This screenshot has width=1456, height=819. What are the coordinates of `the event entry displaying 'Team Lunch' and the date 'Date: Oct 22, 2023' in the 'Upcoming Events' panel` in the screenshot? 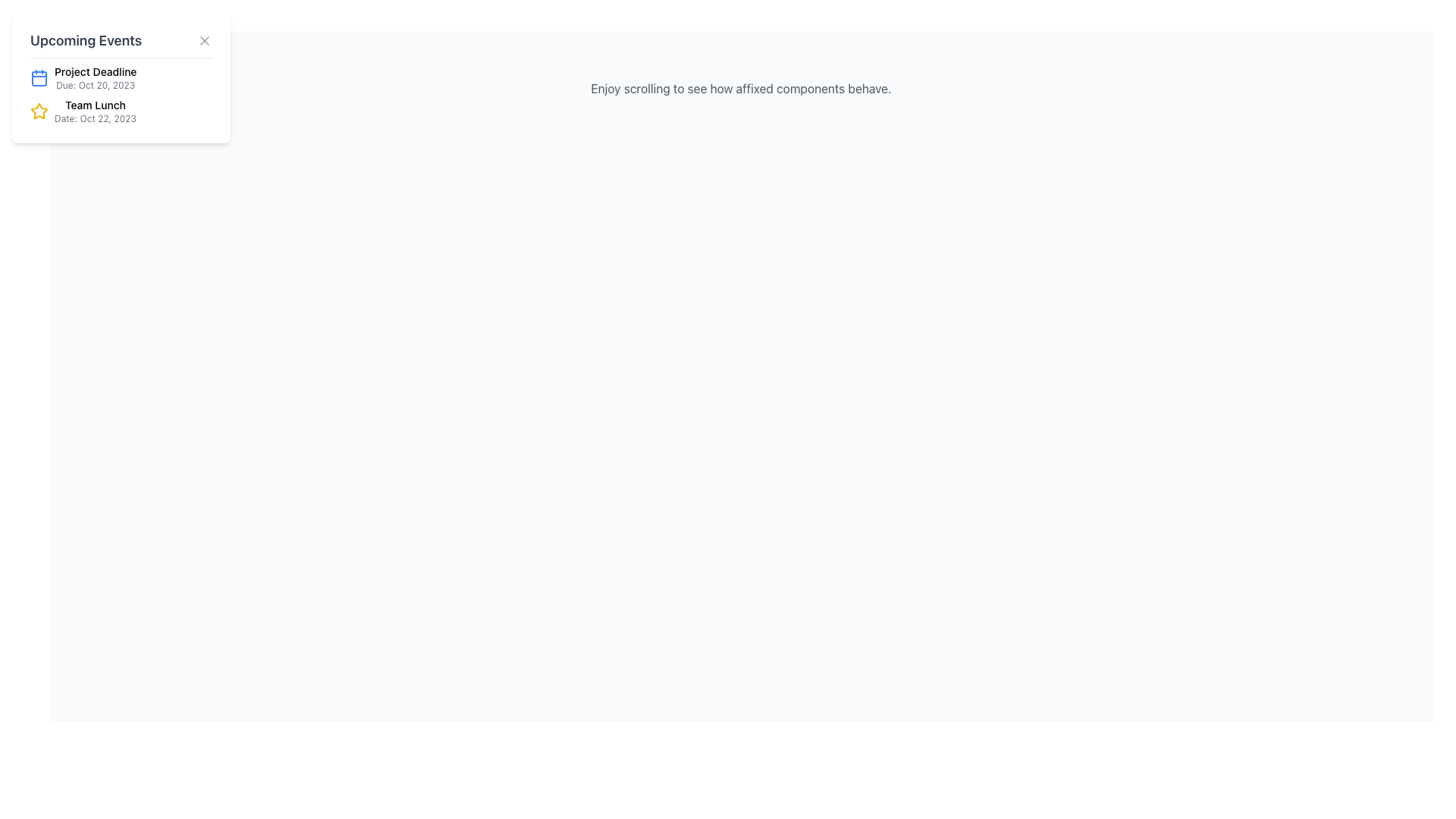 It's located at (120, 110).